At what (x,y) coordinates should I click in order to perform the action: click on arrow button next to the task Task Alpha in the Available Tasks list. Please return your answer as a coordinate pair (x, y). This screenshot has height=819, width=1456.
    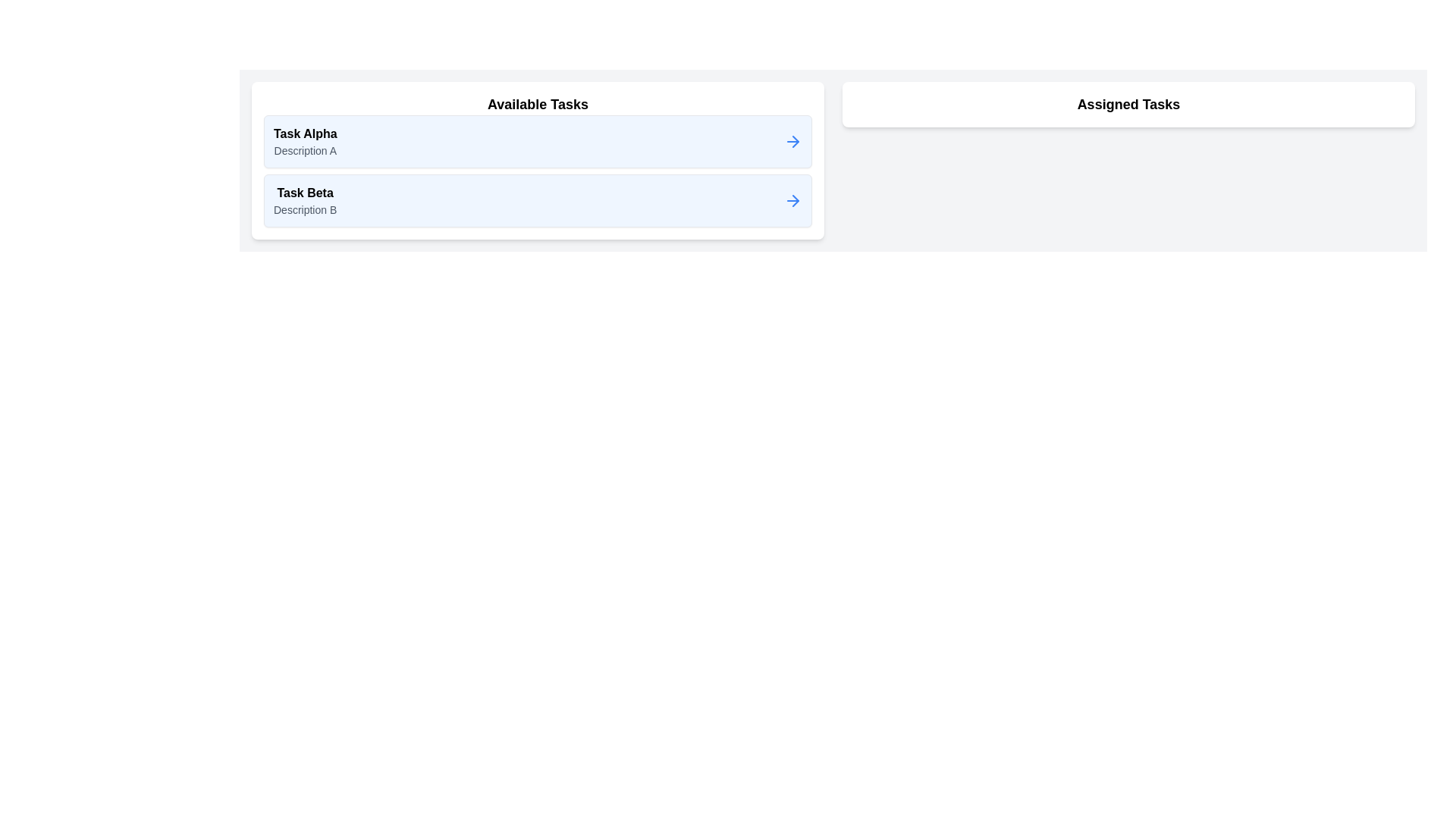
    Looking at the image, I should click on (792, 141).